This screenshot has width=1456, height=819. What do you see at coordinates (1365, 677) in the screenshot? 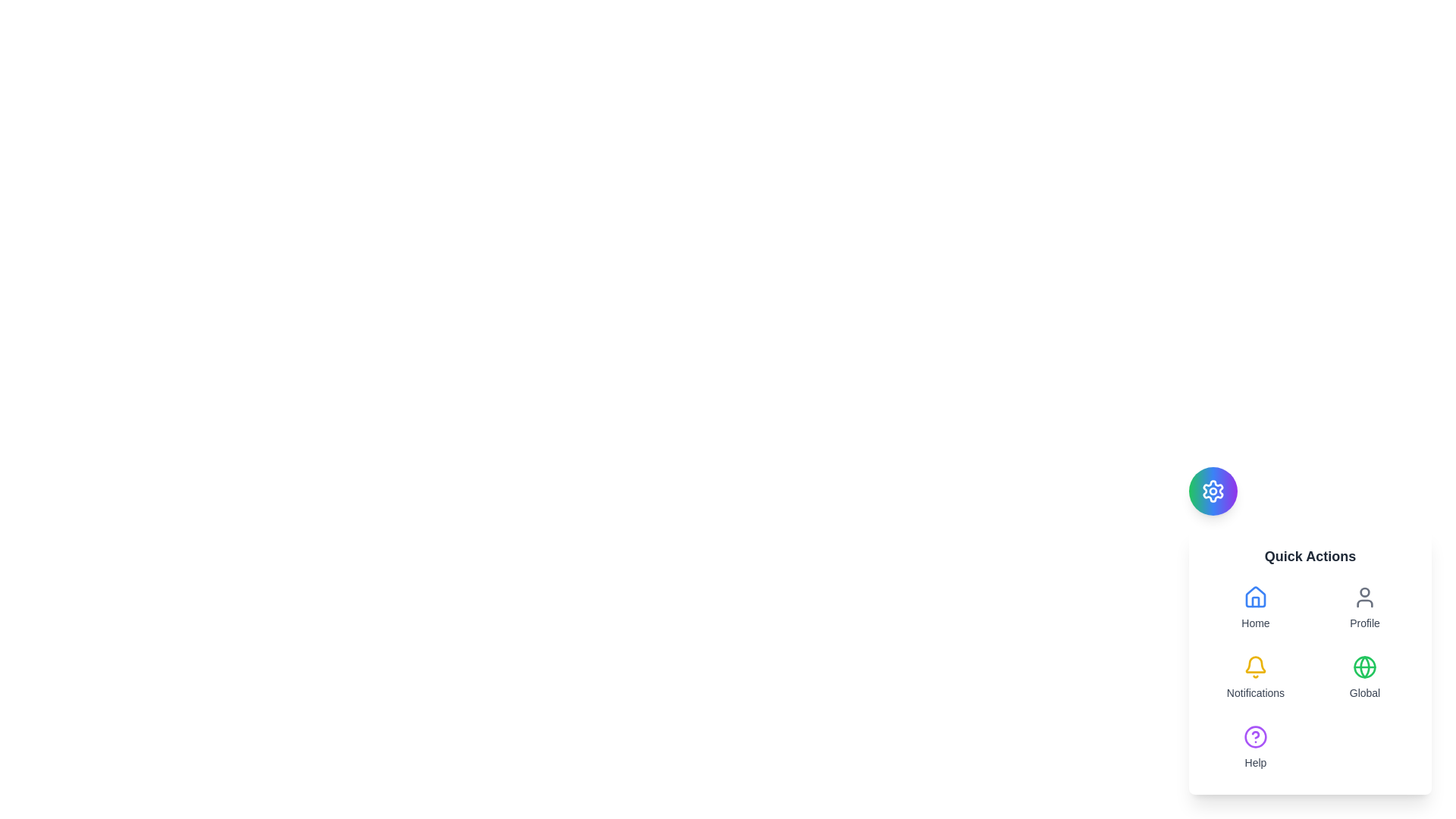
I see `the 'Global' button located in the bottom row, second column of the 'Quick Actions' panel` at bounding box center [1365, 677].